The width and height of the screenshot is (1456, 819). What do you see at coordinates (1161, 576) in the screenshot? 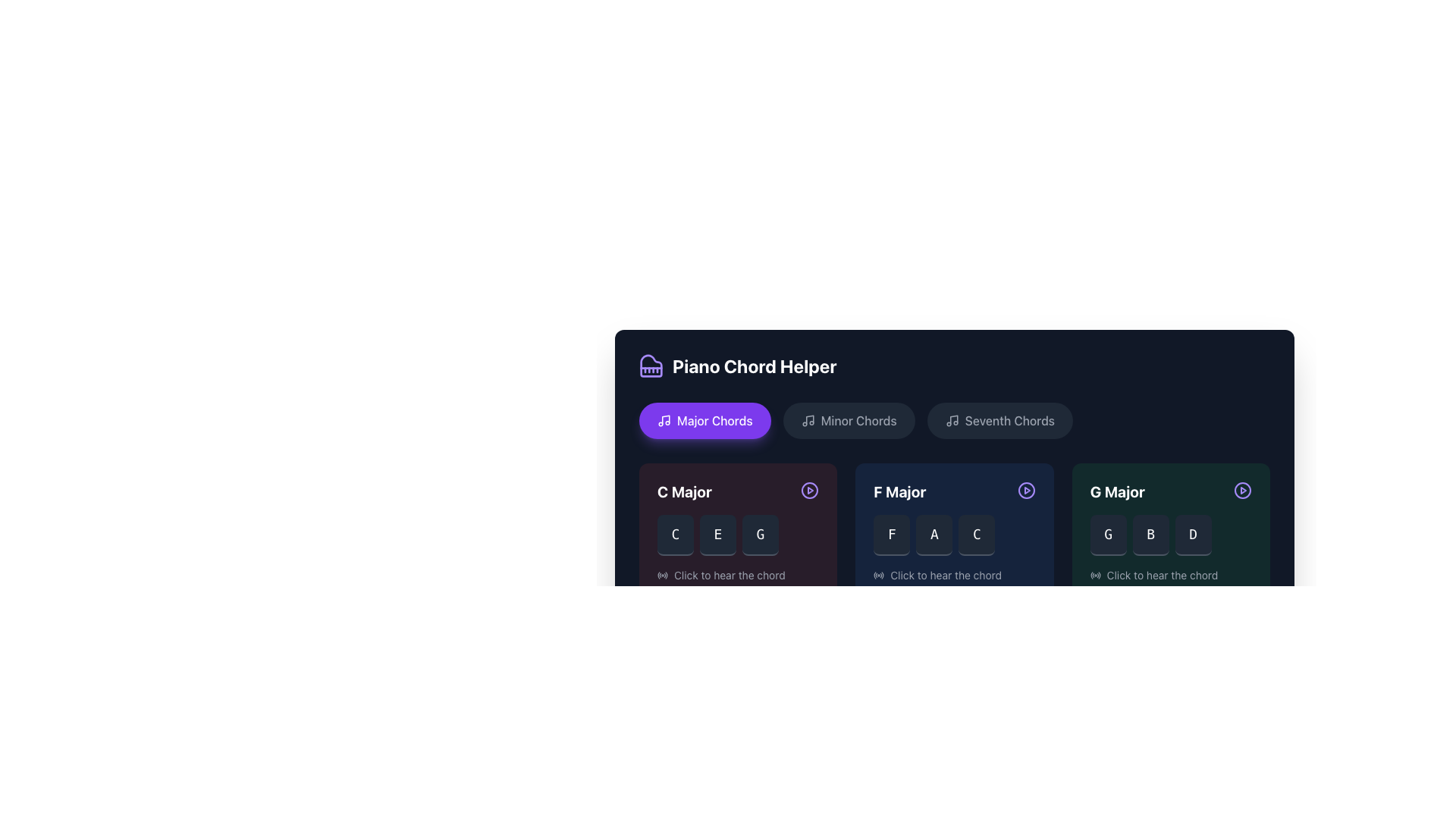
I see `the text label or hyperlink within the G Major chord card` at bounding box center [1161, 576].